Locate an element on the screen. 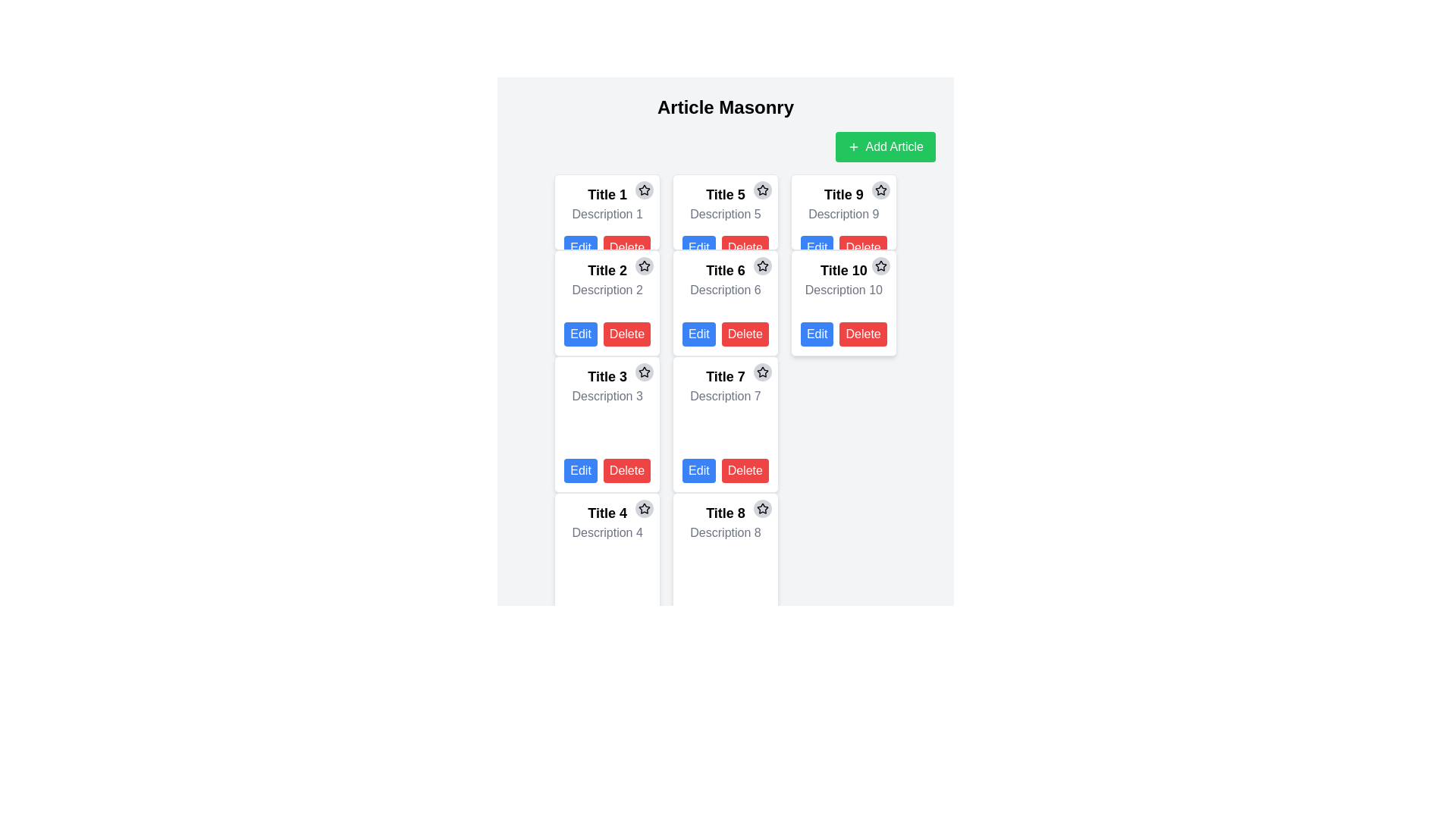 This screenshot has height=819, width=1456. the delete button located at the bottom of the card labeled 'Title 1' to invoke its delete function is located at coordinates (626, 247).